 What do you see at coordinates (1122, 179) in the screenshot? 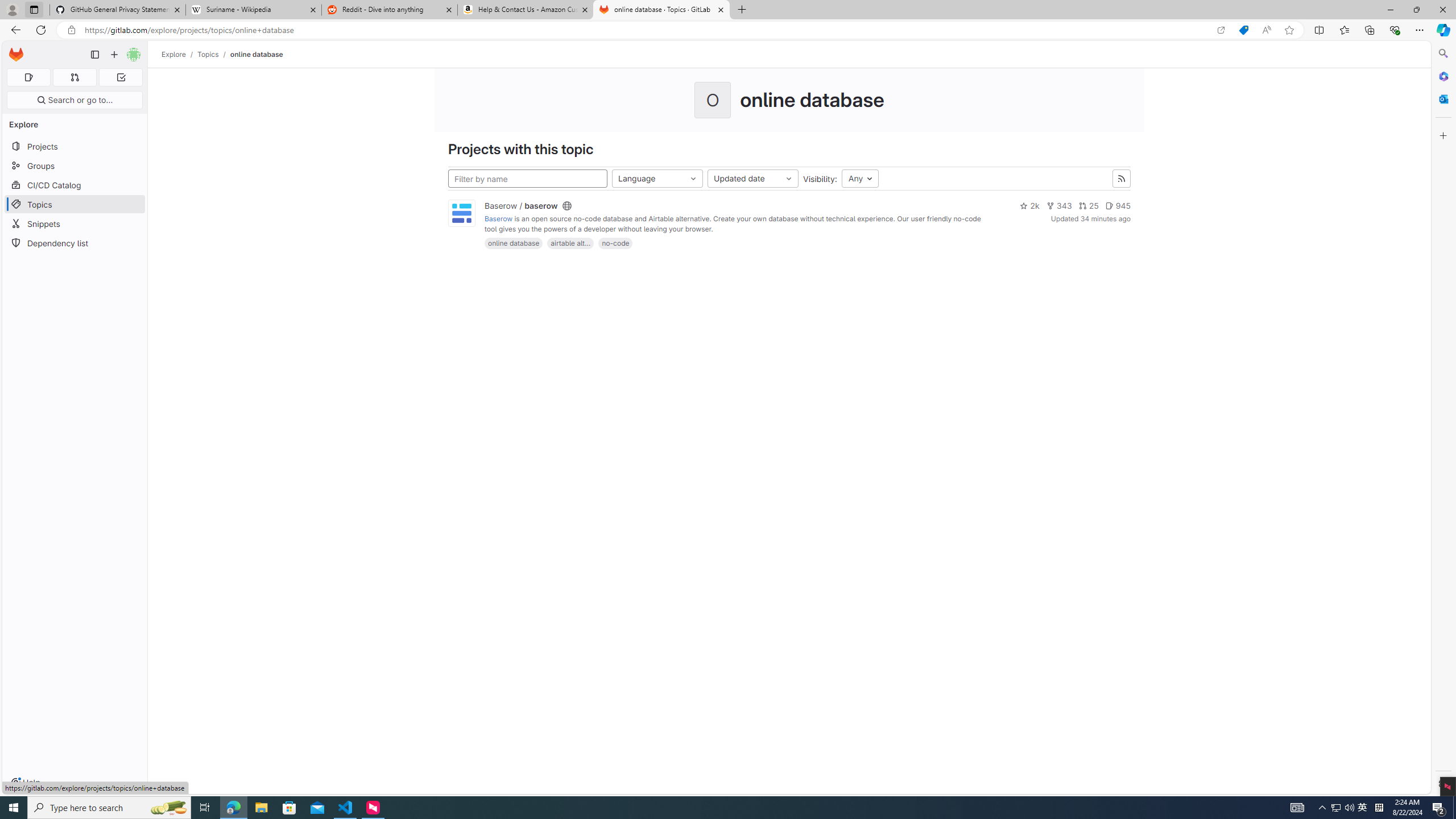
I see `'Subscribe to the new projects feed'` at bounding box center [1122, 179].